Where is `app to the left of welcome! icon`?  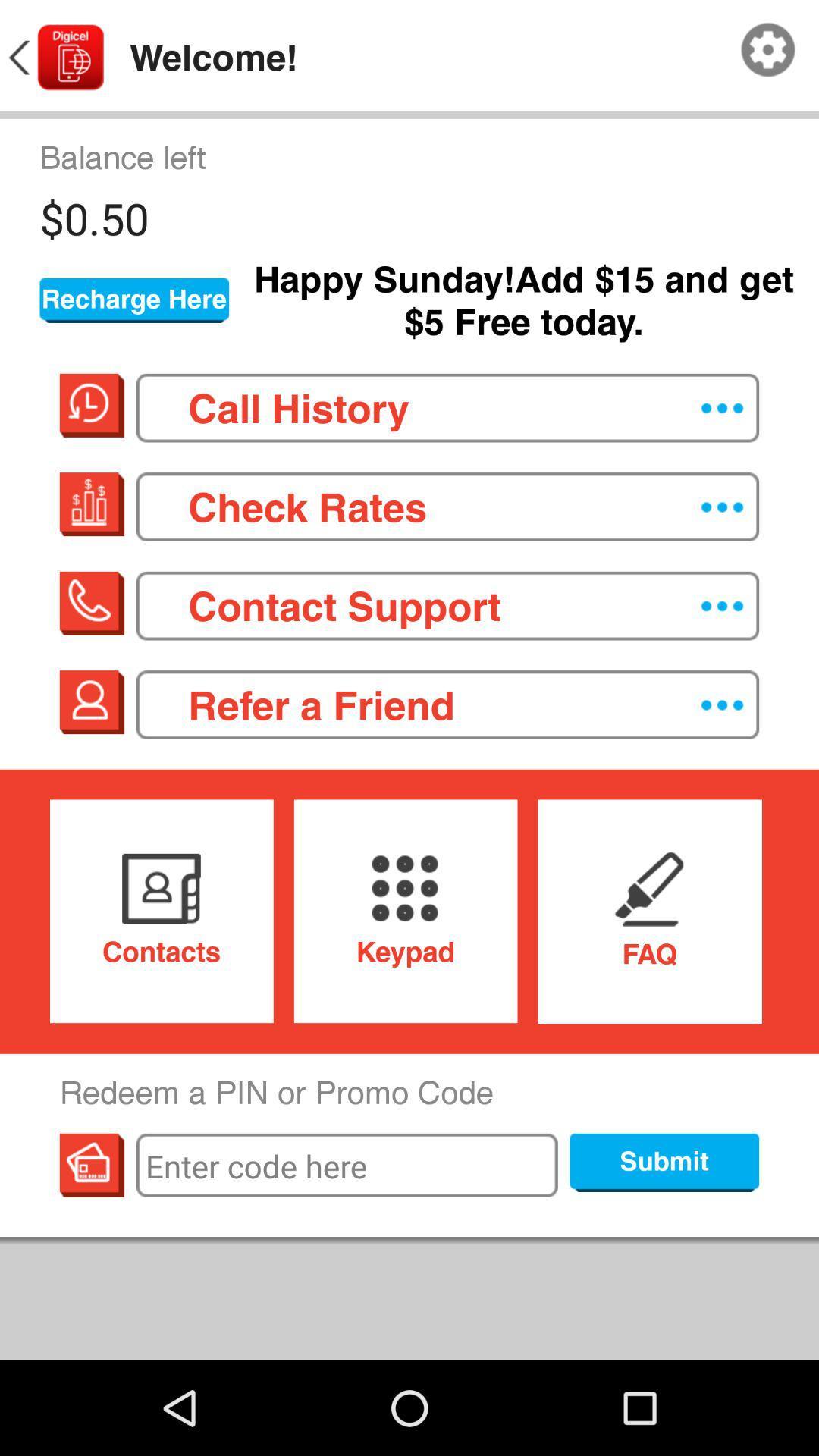 app to the left of welcome! icon is located at coordinates (54, 58).